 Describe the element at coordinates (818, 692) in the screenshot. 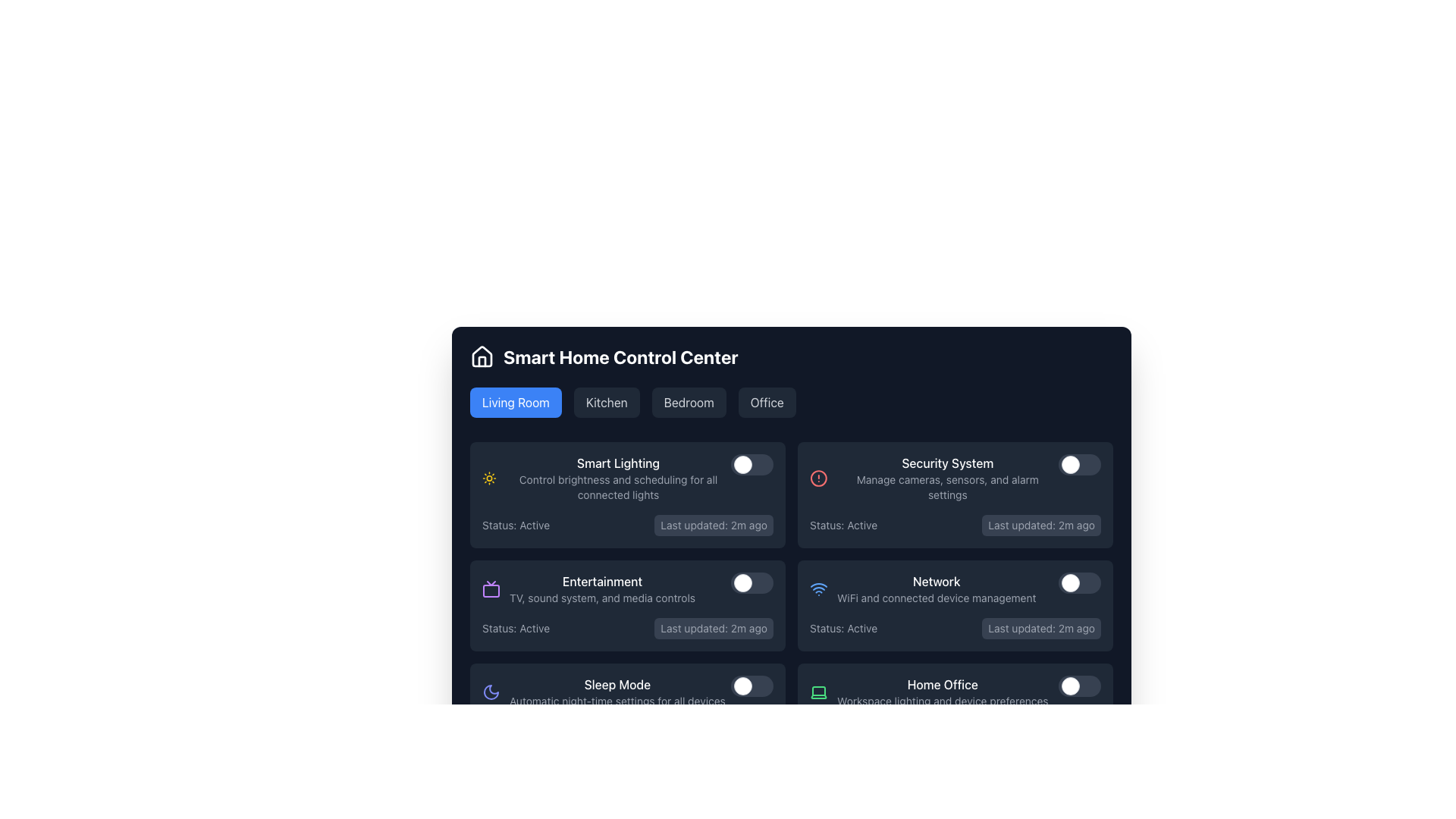

I see `the visual representation of the 'Home Office' icon located at the top-left of the card-like area in the smart home control interface` at that location.